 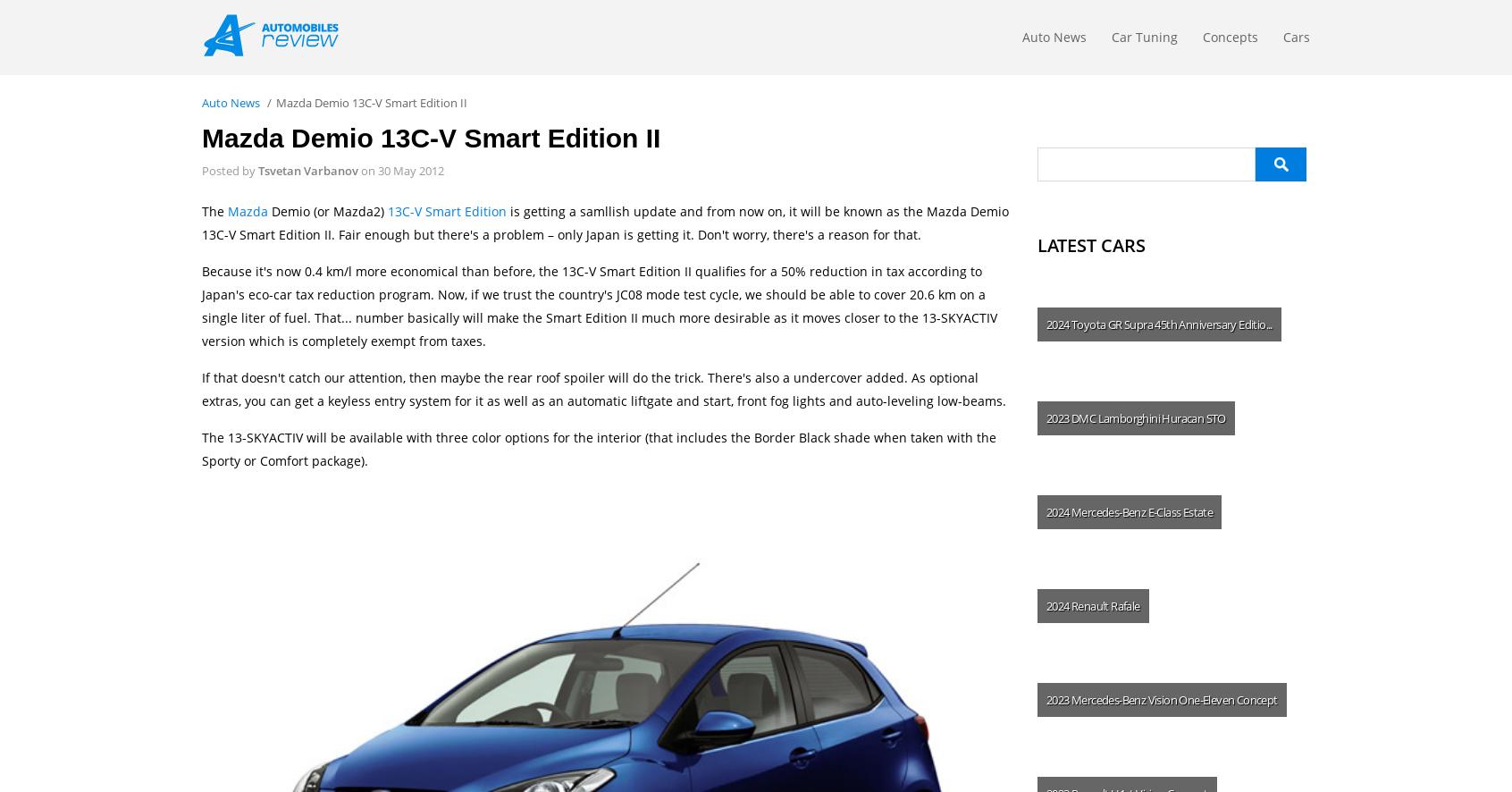 What do you see at coordinates (599, 448) in the screenshot?
I see `'The 13-SKYACTIV will be available with three color options for the interior (that includes the Border Black shade when taken with the Sporty or Comfort package).'` at bounding box center [599, 448].